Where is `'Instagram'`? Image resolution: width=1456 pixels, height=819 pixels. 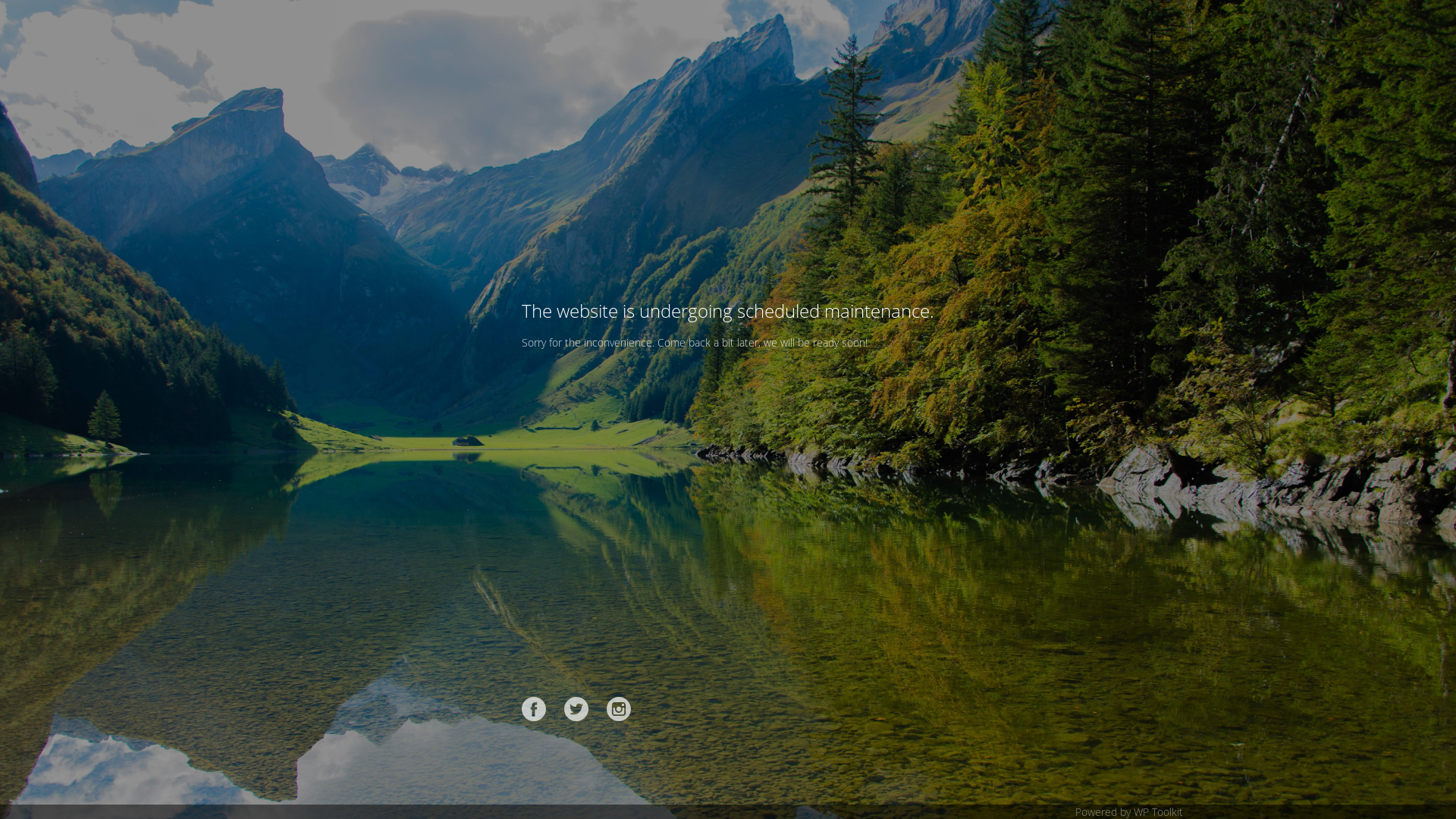 'Instagram' is located at coordinates (619, 708).